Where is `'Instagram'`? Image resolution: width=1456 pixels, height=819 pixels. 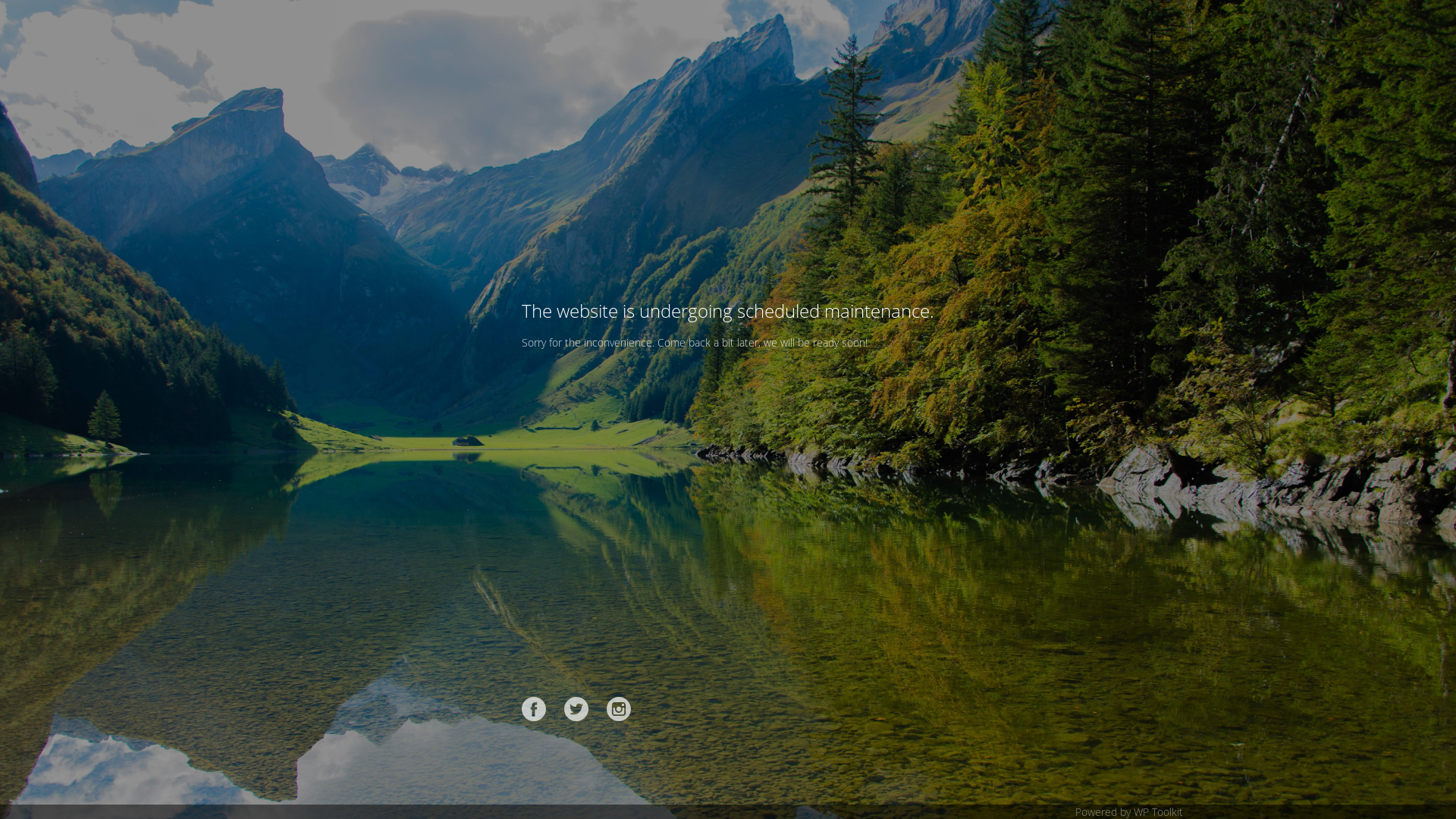 'Instagram' is located at coordinates (619, 708).